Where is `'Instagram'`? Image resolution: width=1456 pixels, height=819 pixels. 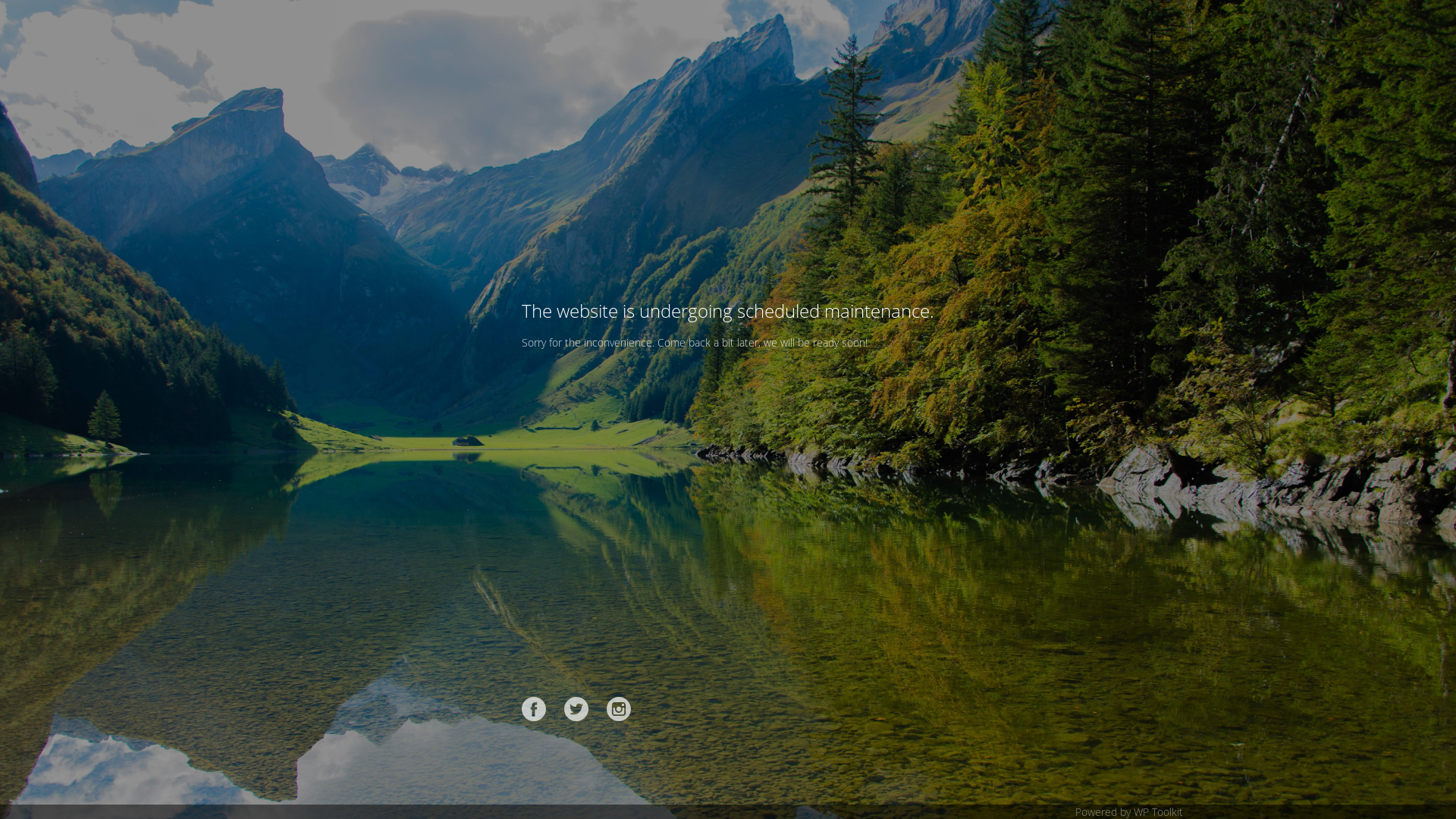 'Instagram' is located at coordinates (619, 708).